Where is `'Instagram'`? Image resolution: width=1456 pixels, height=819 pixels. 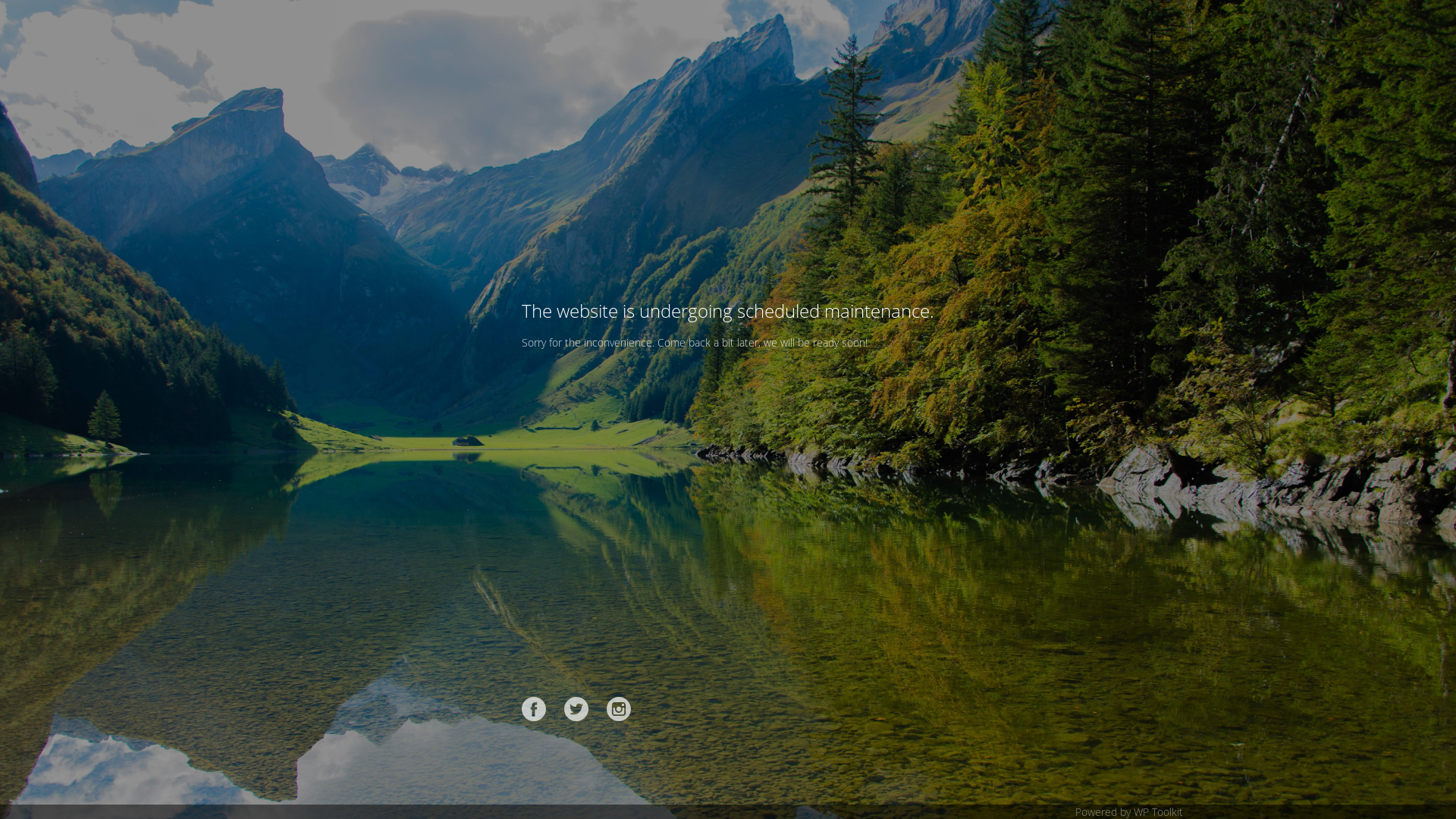 'Instagram' is located at coordinates (619, 708).